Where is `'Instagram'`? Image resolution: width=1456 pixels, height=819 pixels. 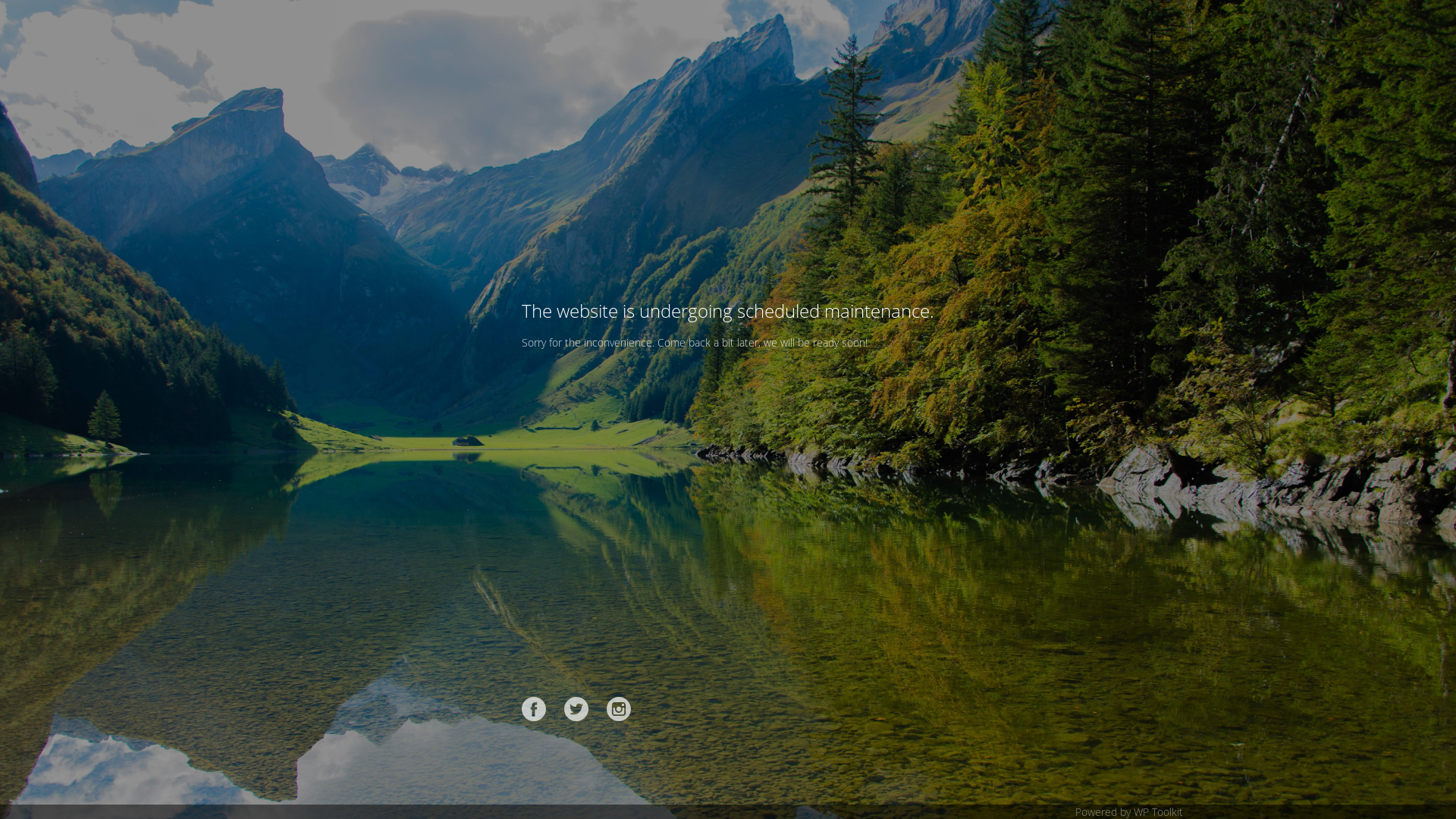 'Instagram' is located at coordinates (619, 708).